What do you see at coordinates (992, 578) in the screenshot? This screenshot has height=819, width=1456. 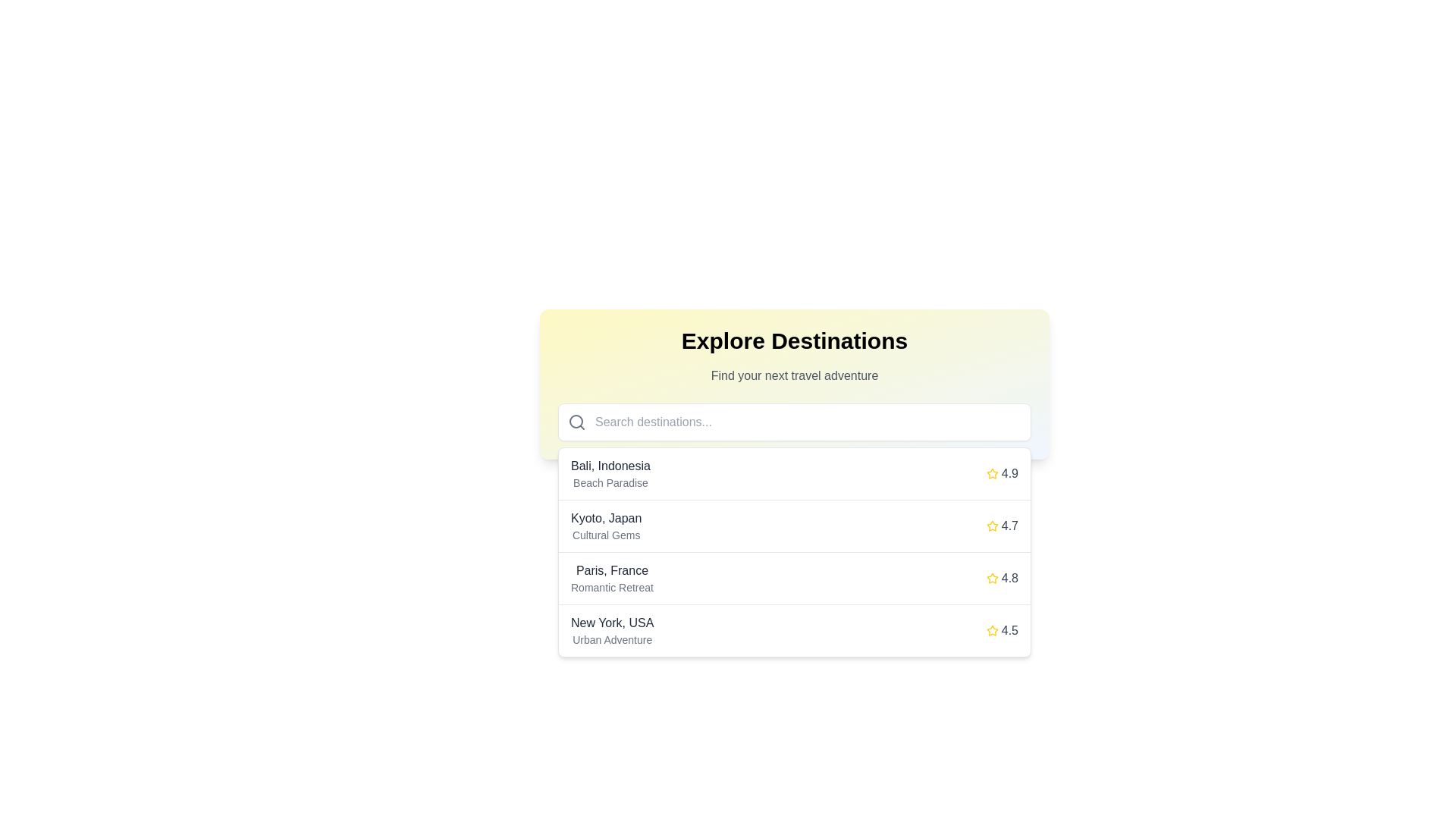 I see `the five-pointed star icon with a yellow fill and distinctive outline, located to the right of 'Paris, France' and the rating '4.8'` at bounding box center [992, 578].